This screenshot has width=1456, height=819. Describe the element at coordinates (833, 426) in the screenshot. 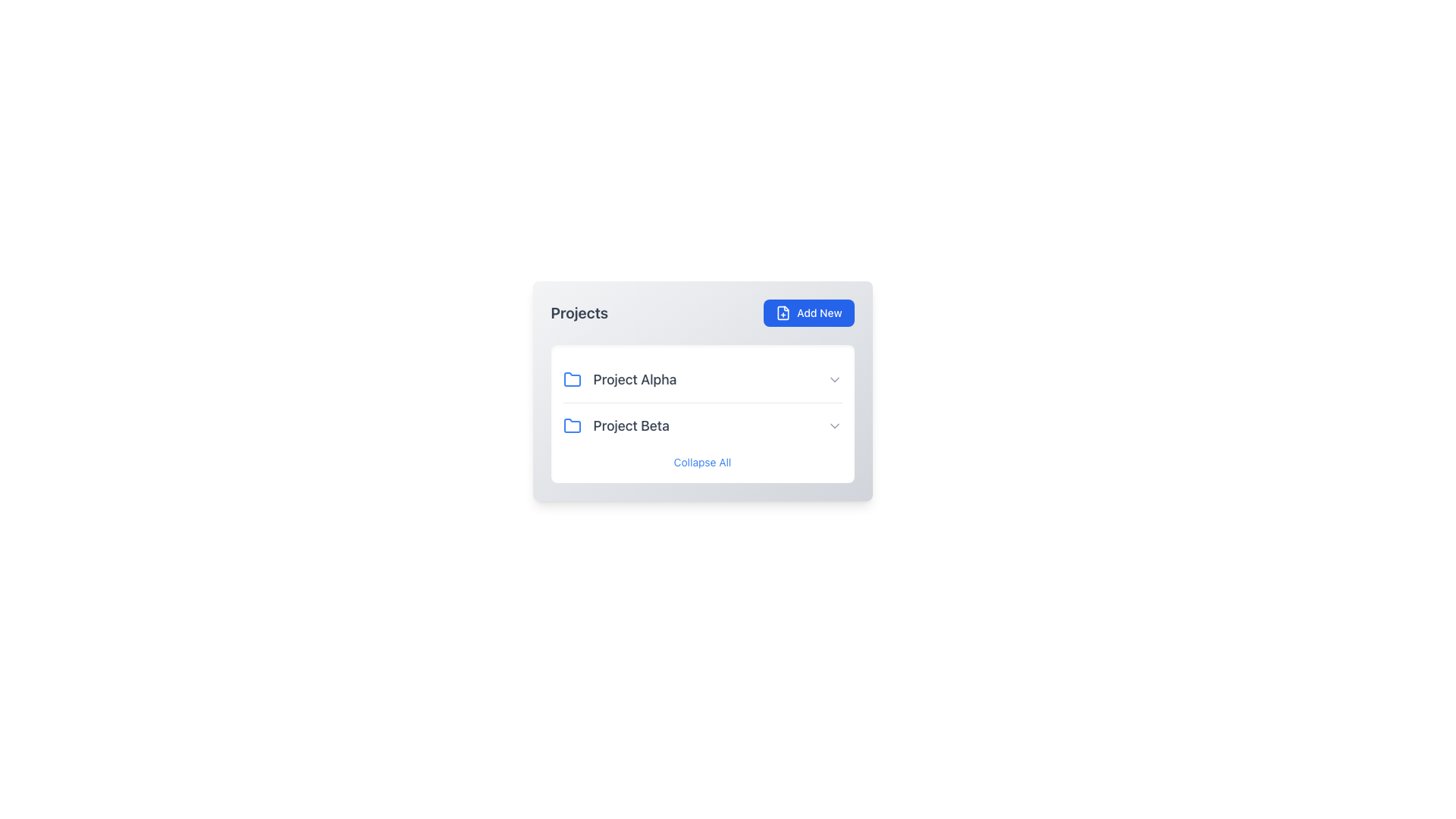

I see `the chevron toggle button located to the right of the 'Project Beta' label` at that location.